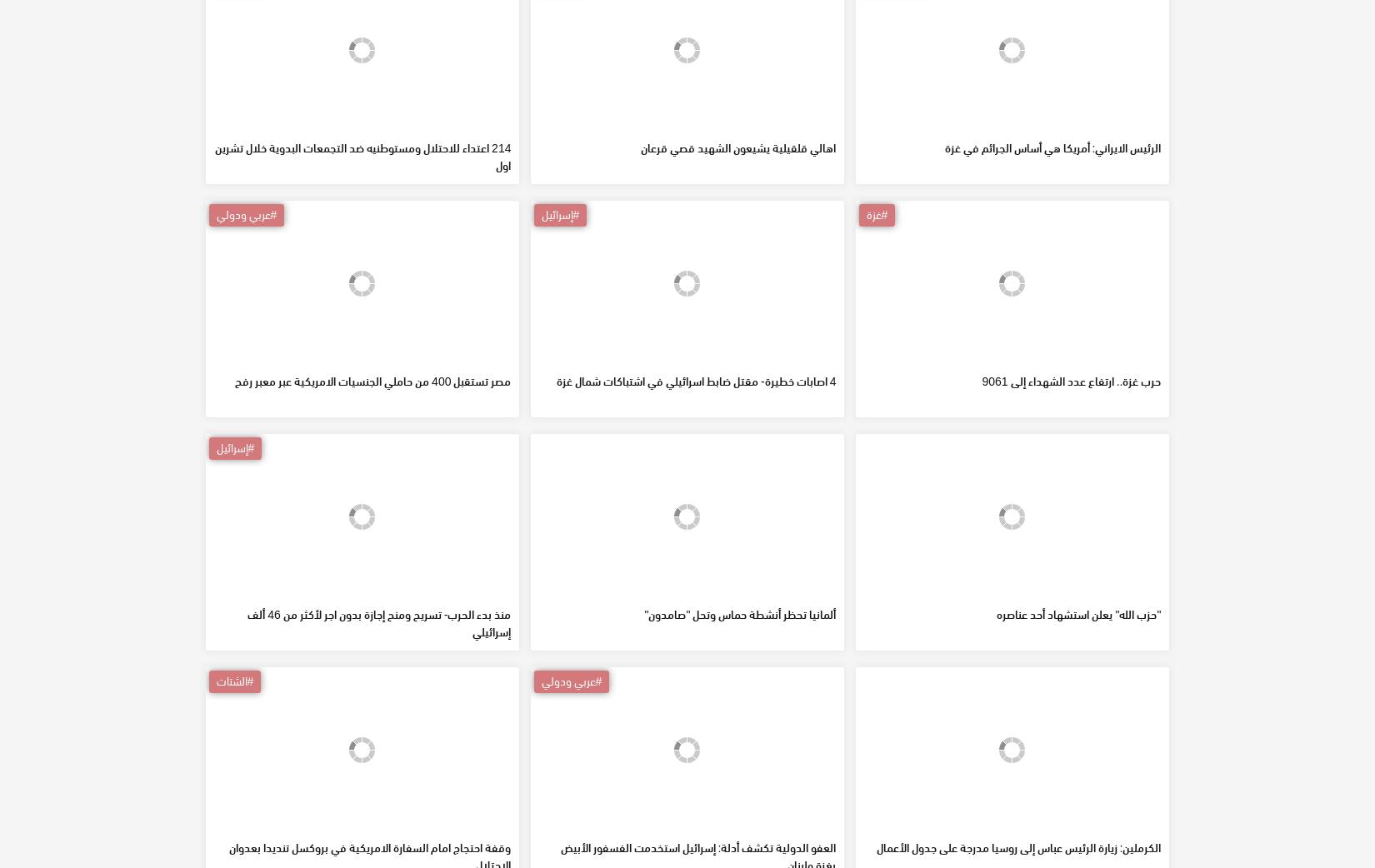 The width and height of the screenshot is (1375, 868). Describe the element at coordinates (362, 276) in the screenshot. I see `'214 اعتداء للاحتلال ومستوطنيه ضد التجمعات البدوية خلال تشرين اول'` at that location.